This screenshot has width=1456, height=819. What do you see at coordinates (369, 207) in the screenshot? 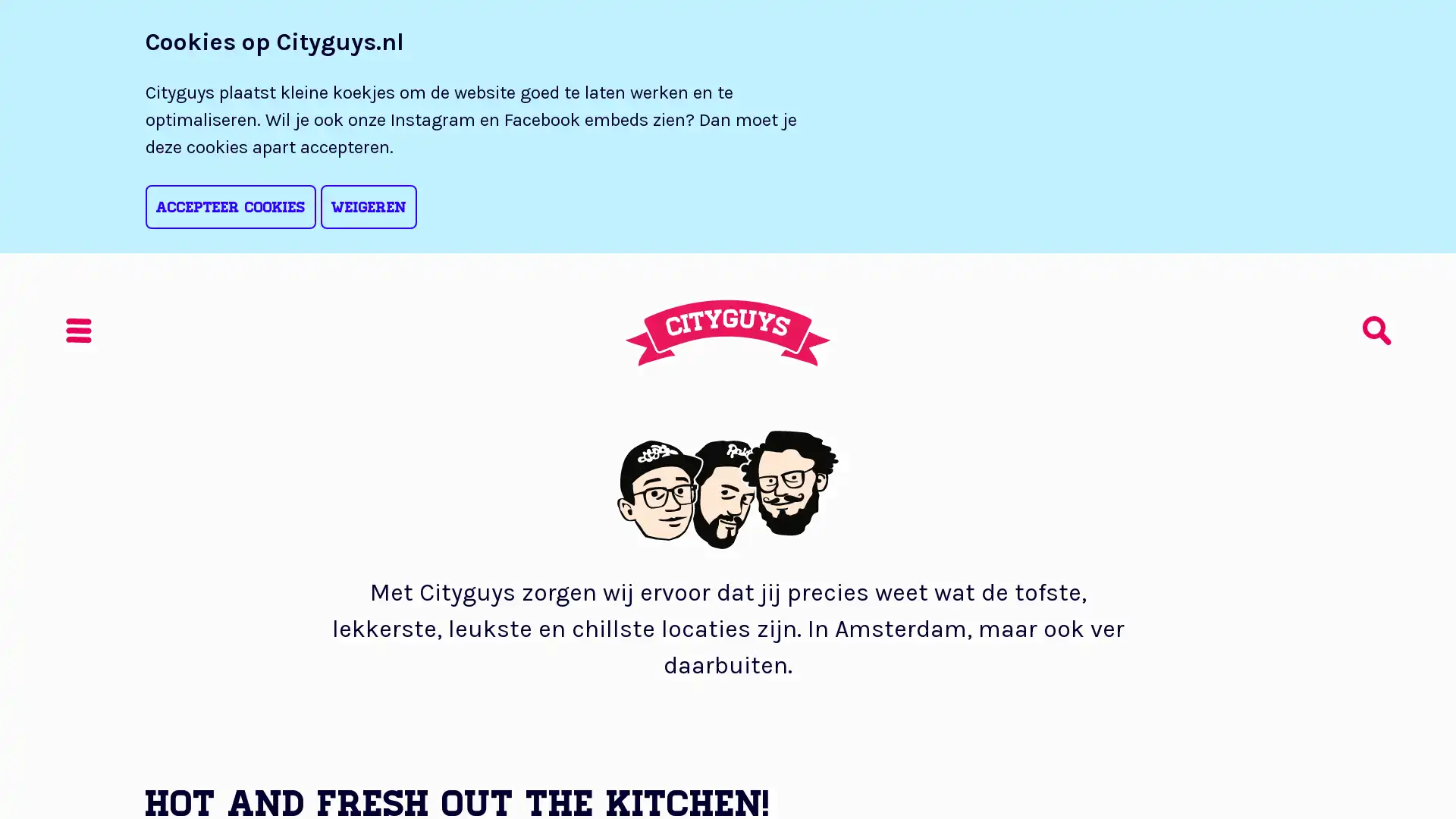
I see `Weigeren` at bounding box center [369, 207].